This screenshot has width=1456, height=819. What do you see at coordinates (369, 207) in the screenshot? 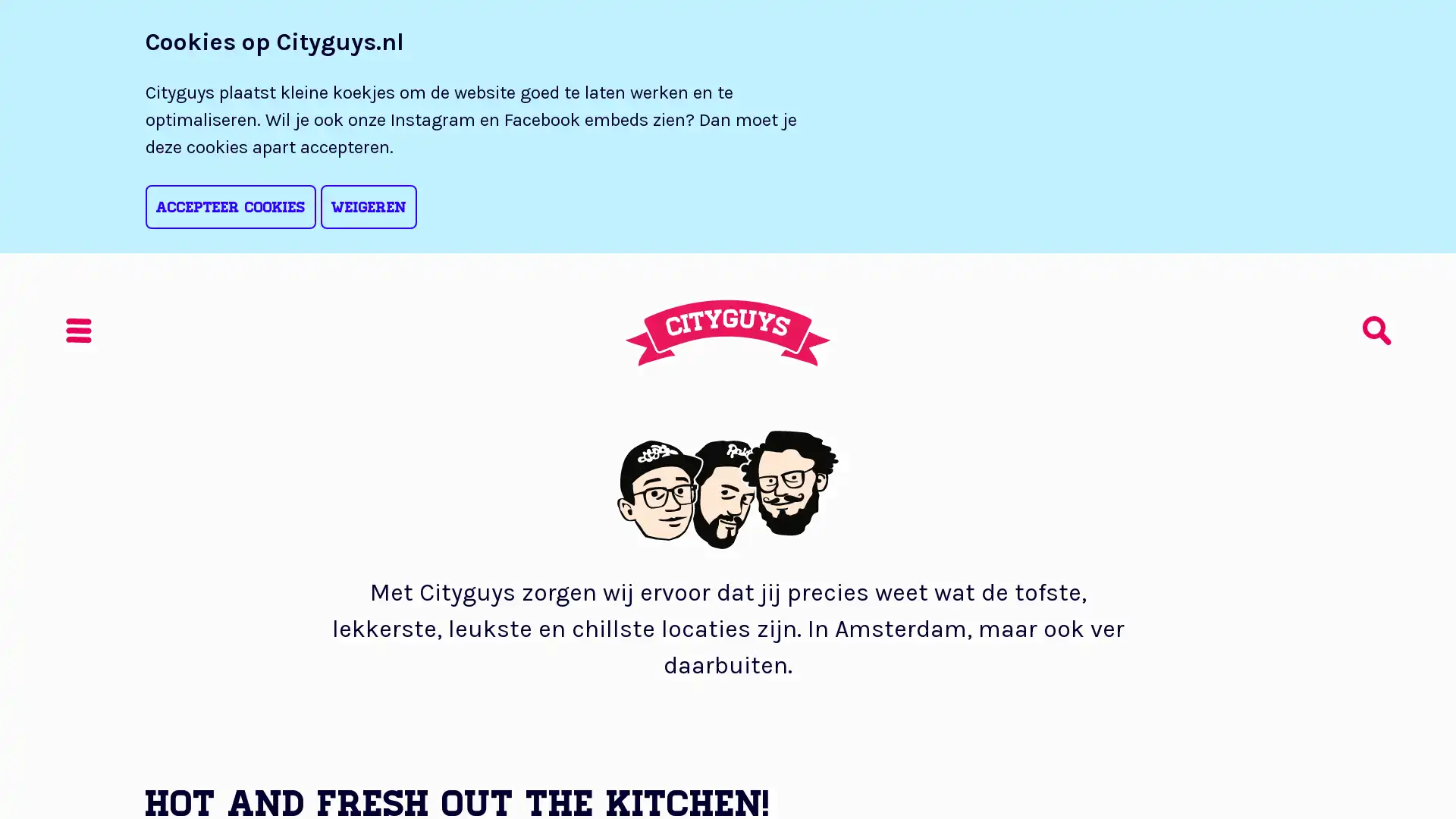
I see `Weigeren` at bounding box center [369, 207].